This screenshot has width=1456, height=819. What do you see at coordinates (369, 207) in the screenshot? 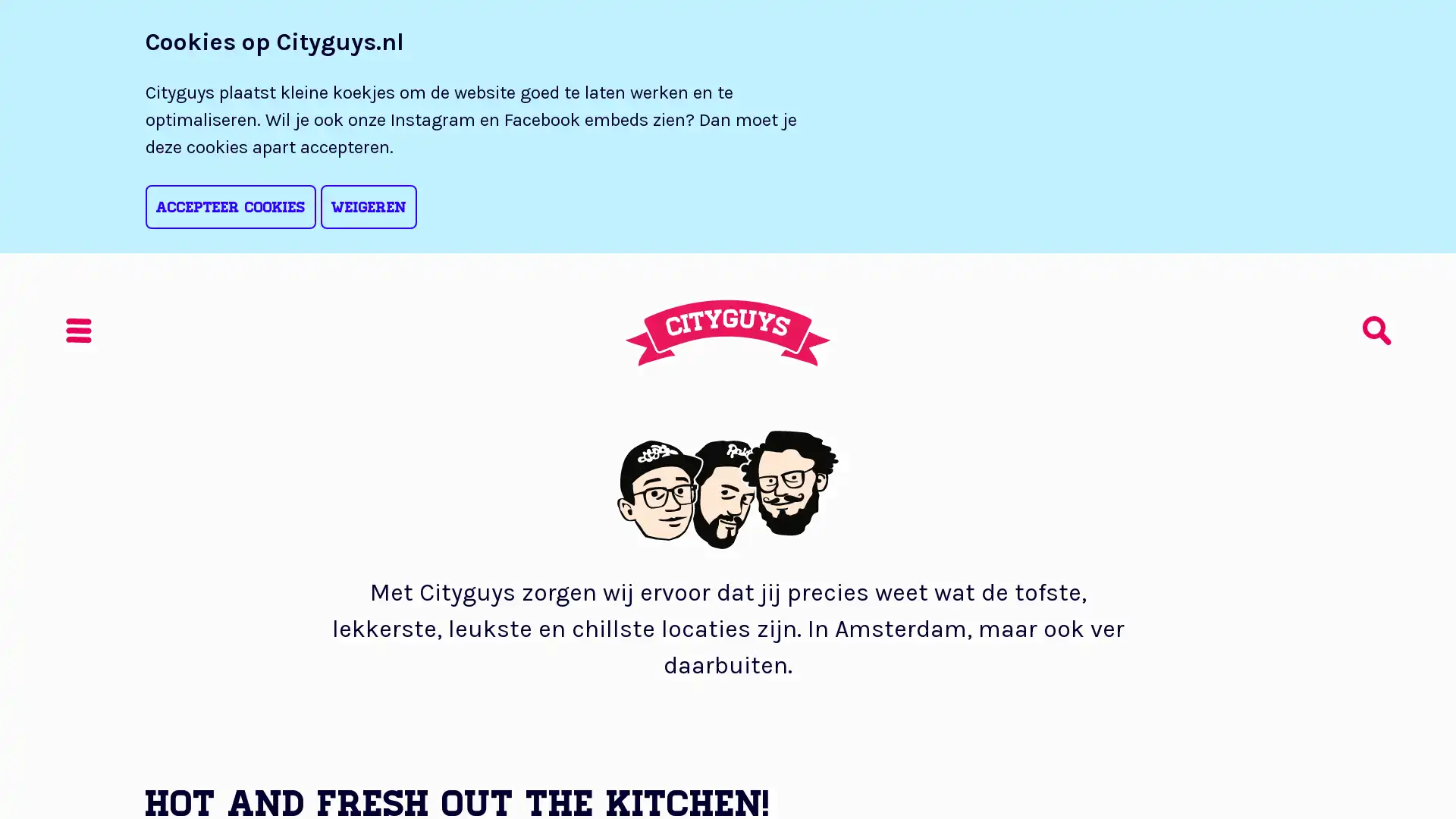
I see `Weigeren` at bounding box center [369, 207].